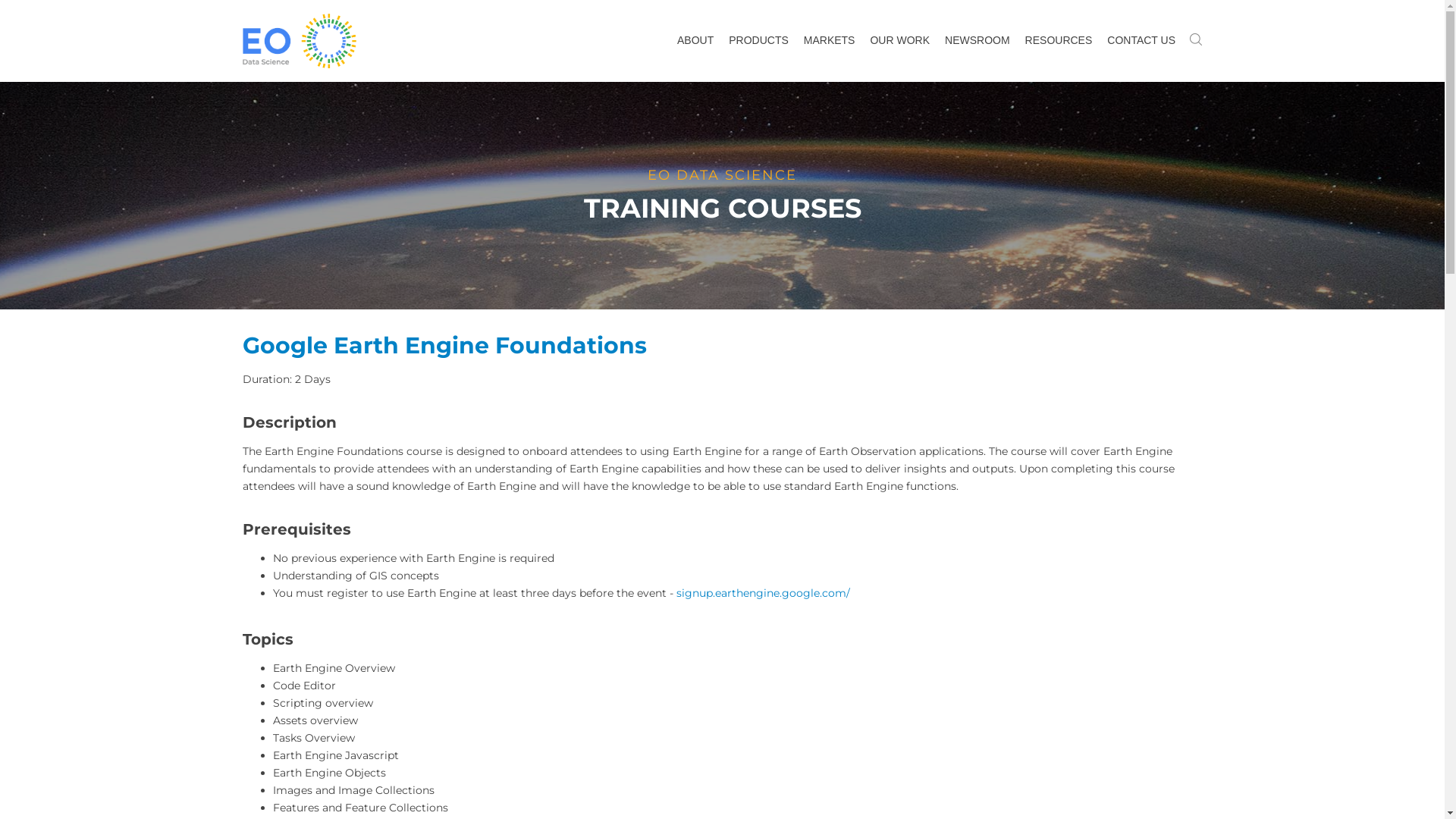 This screenshot has width=1456, height=819. I want to click on 'NEWSROOM', so click(977, 39).